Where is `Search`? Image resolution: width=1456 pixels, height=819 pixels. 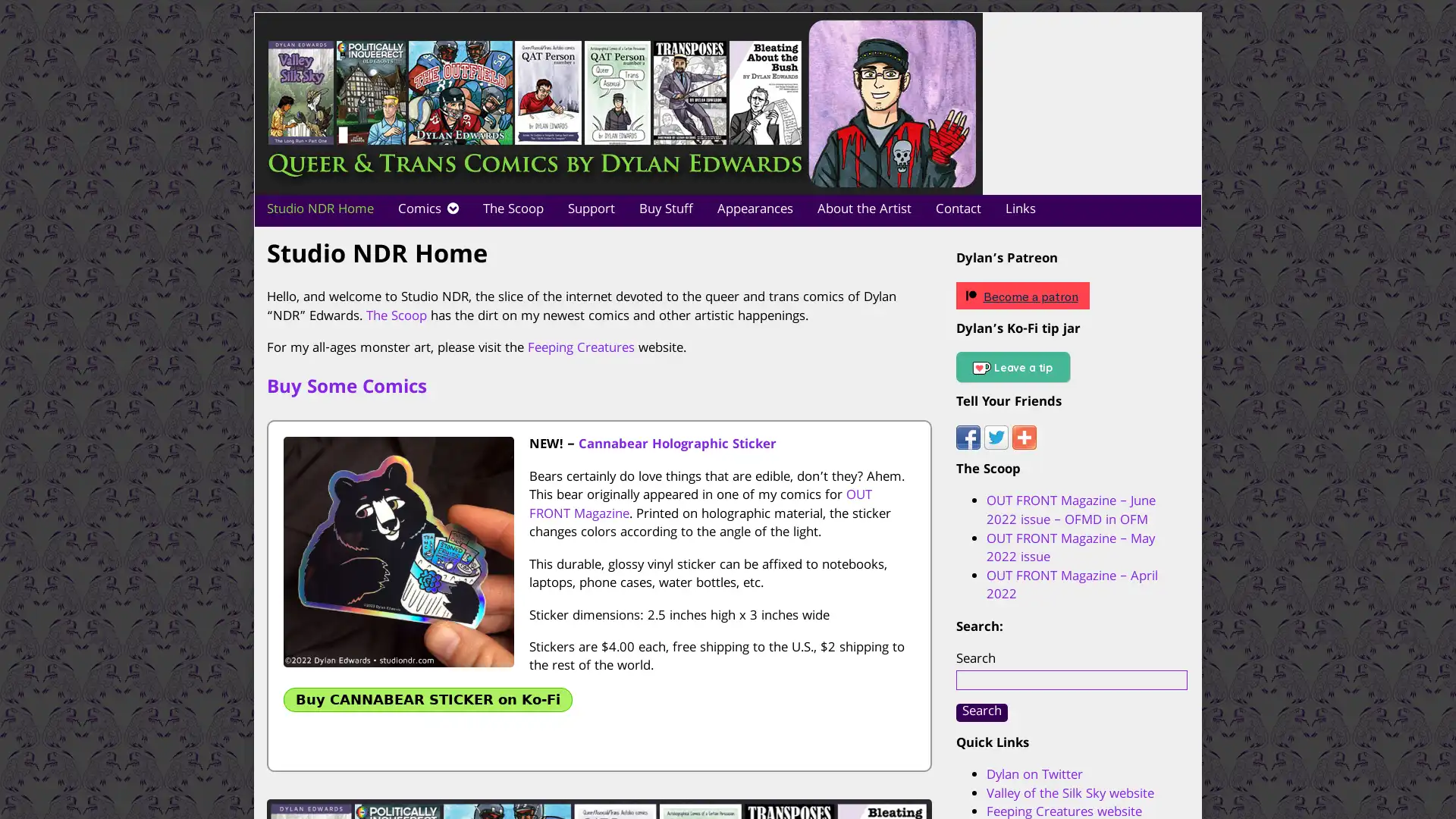
Search is located at coordinates (982, 712).